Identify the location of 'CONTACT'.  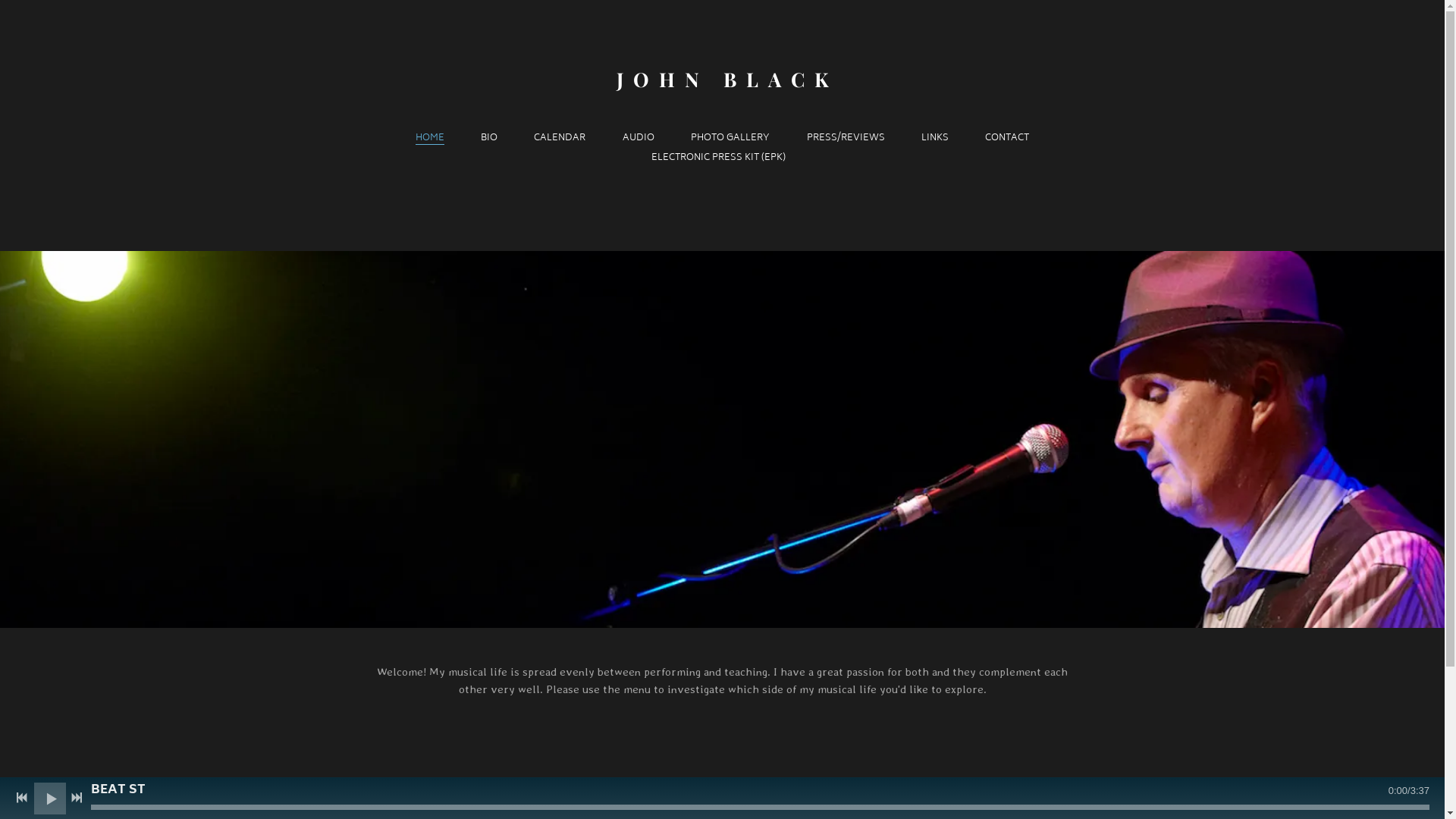
(1007, 138).